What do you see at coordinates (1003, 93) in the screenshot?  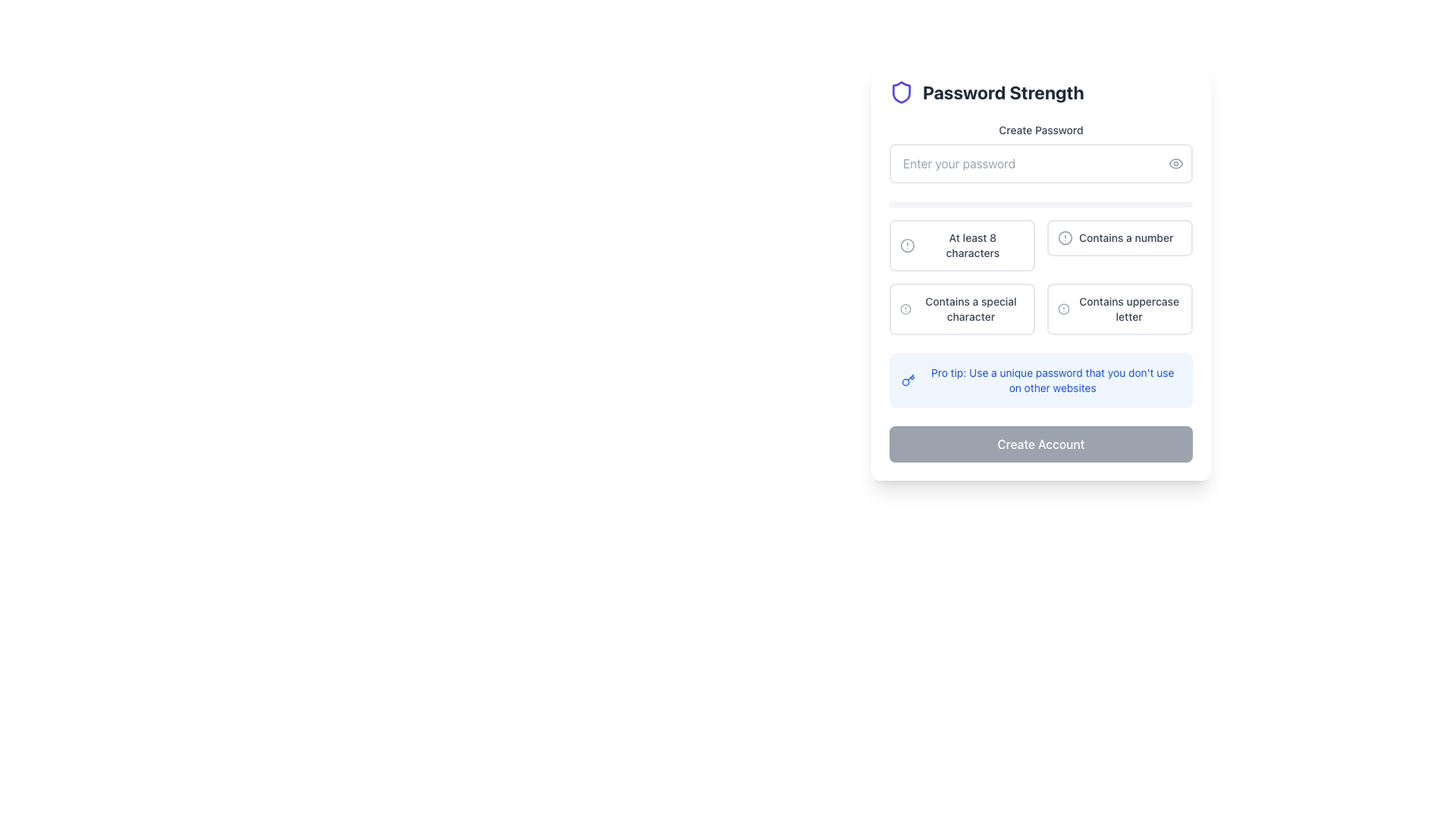 I see `the text label that indicates the password strength evaluation functionality, located to the right of the shield icon near the top of the form` at bounding box center [1003, 93].